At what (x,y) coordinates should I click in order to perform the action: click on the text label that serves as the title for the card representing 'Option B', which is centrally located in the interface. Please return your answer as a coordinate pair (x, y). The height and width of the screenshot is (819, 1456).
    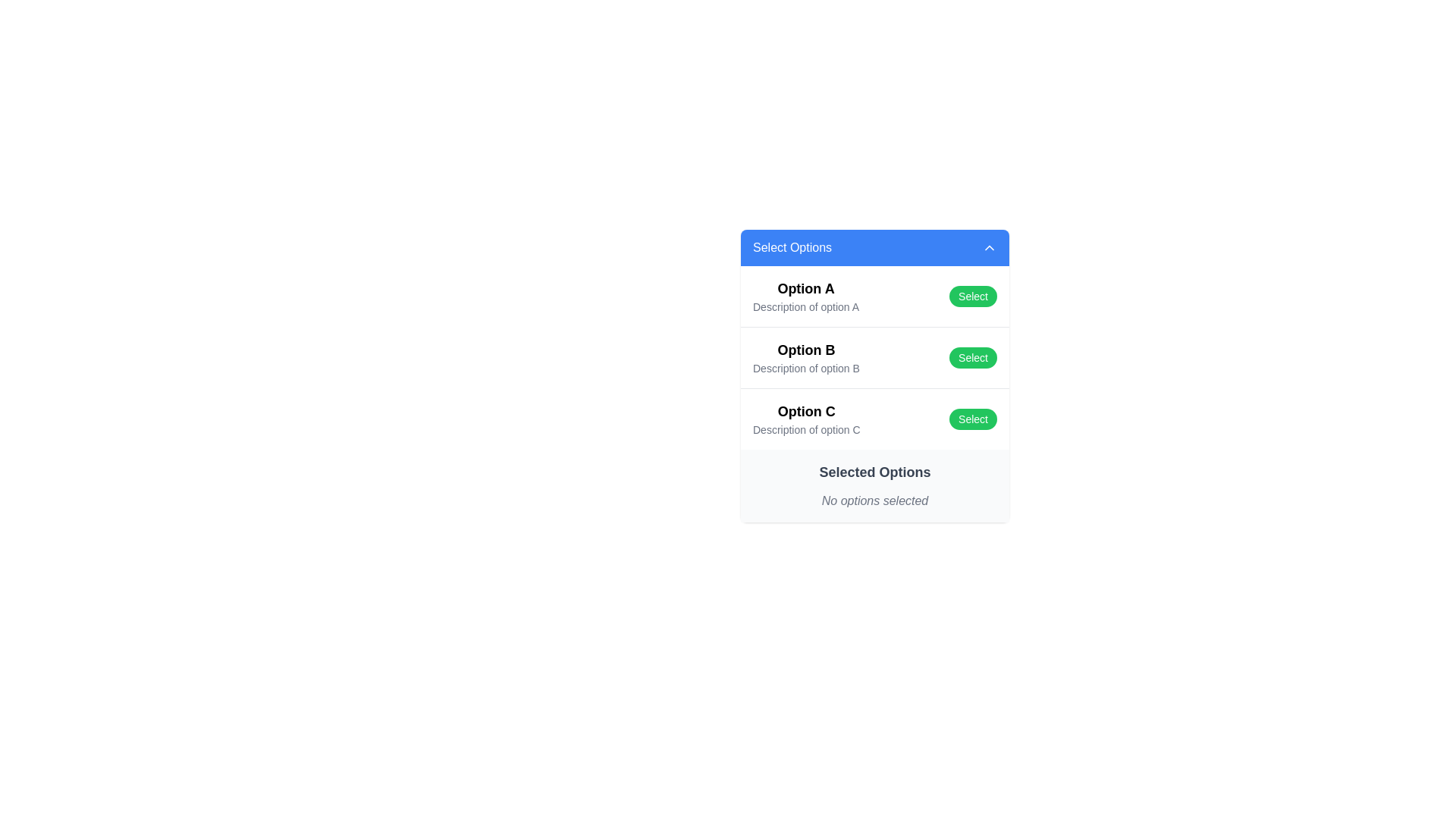
    Looking at the image, I should click on (805, 350).